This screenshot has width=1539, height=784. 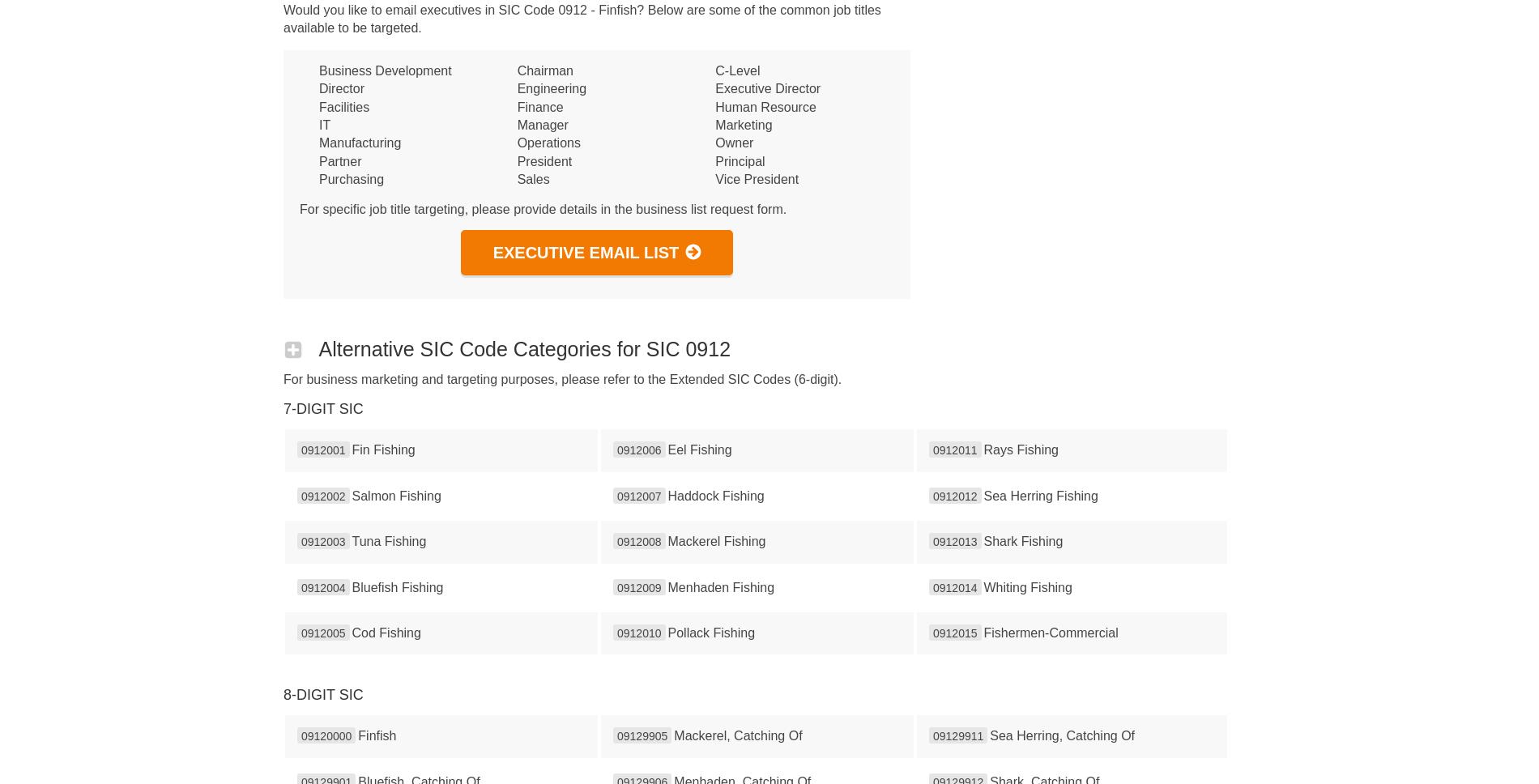 I want to click on '0912006', so click(x=638, y=450).